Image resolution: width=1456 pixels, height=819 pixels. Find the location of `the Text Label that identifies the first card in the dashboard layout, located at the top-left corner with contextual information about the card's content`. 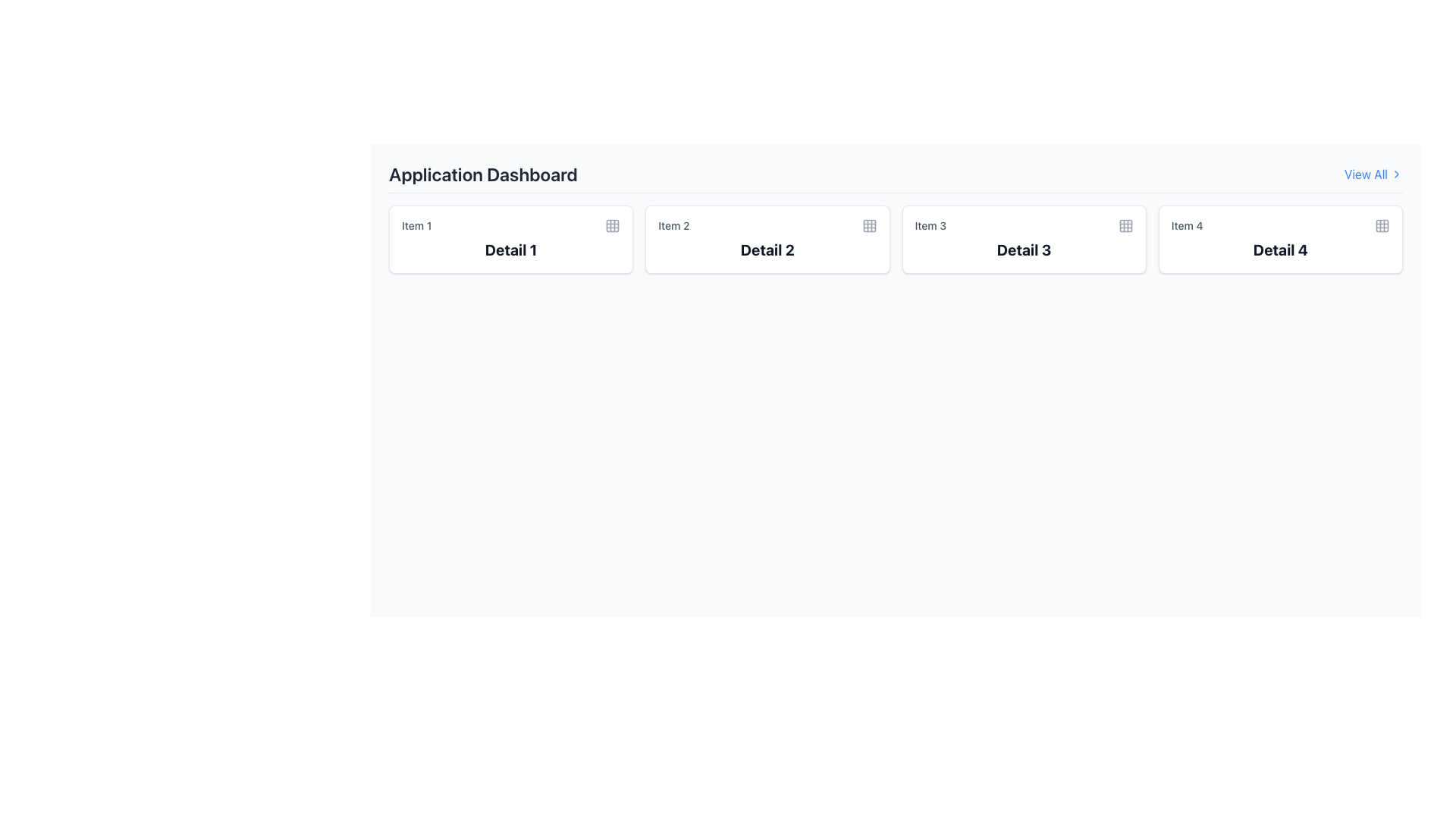

the Text Label that identifies the first card in the dashboard layout, located at the top-left corner with contextual information about the card's content is located at coordinates (416, 225).